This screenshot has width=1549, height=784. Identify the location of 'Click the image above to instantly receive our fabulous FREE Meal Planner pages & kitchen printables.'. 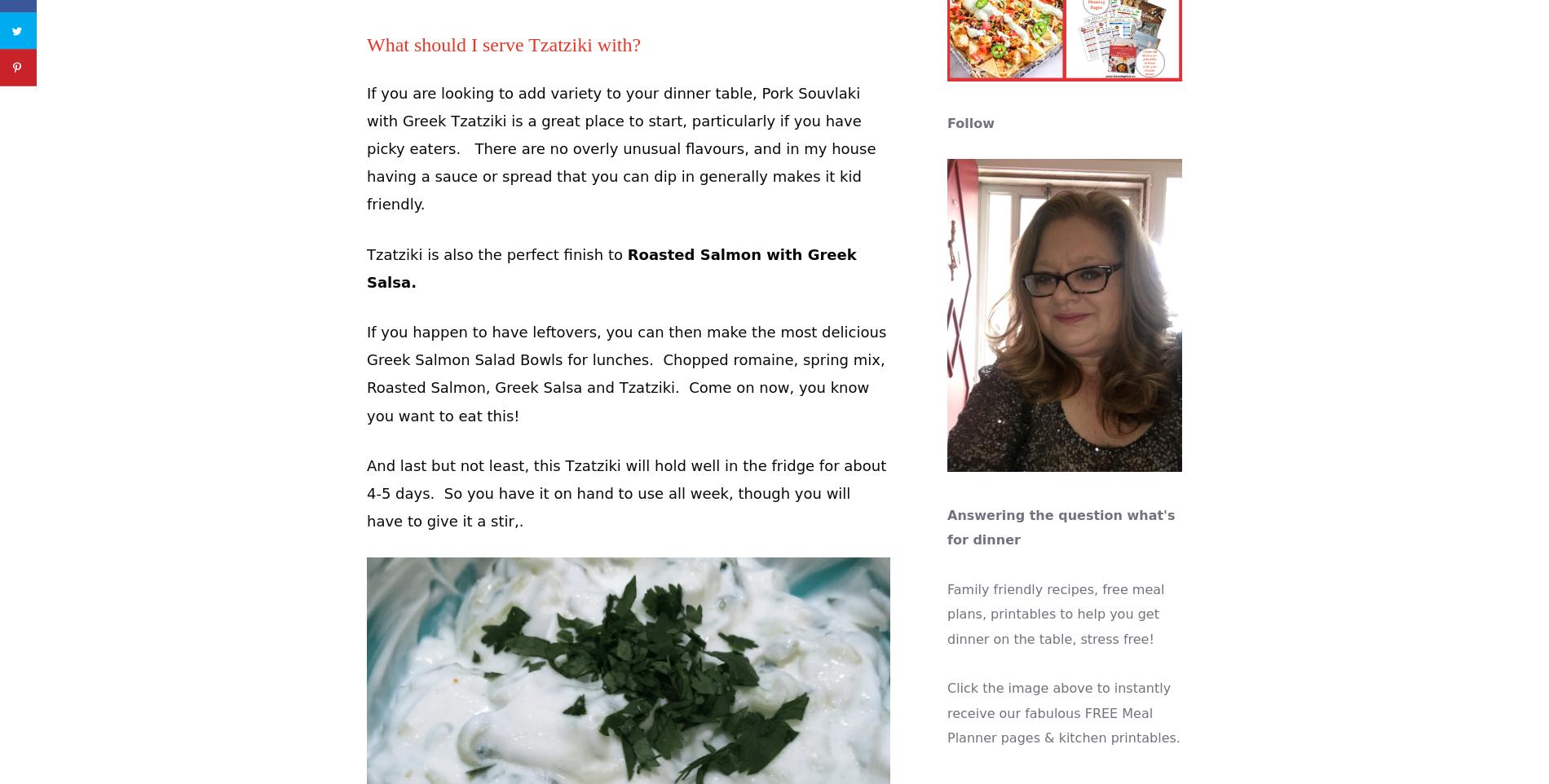
(1062, 712).